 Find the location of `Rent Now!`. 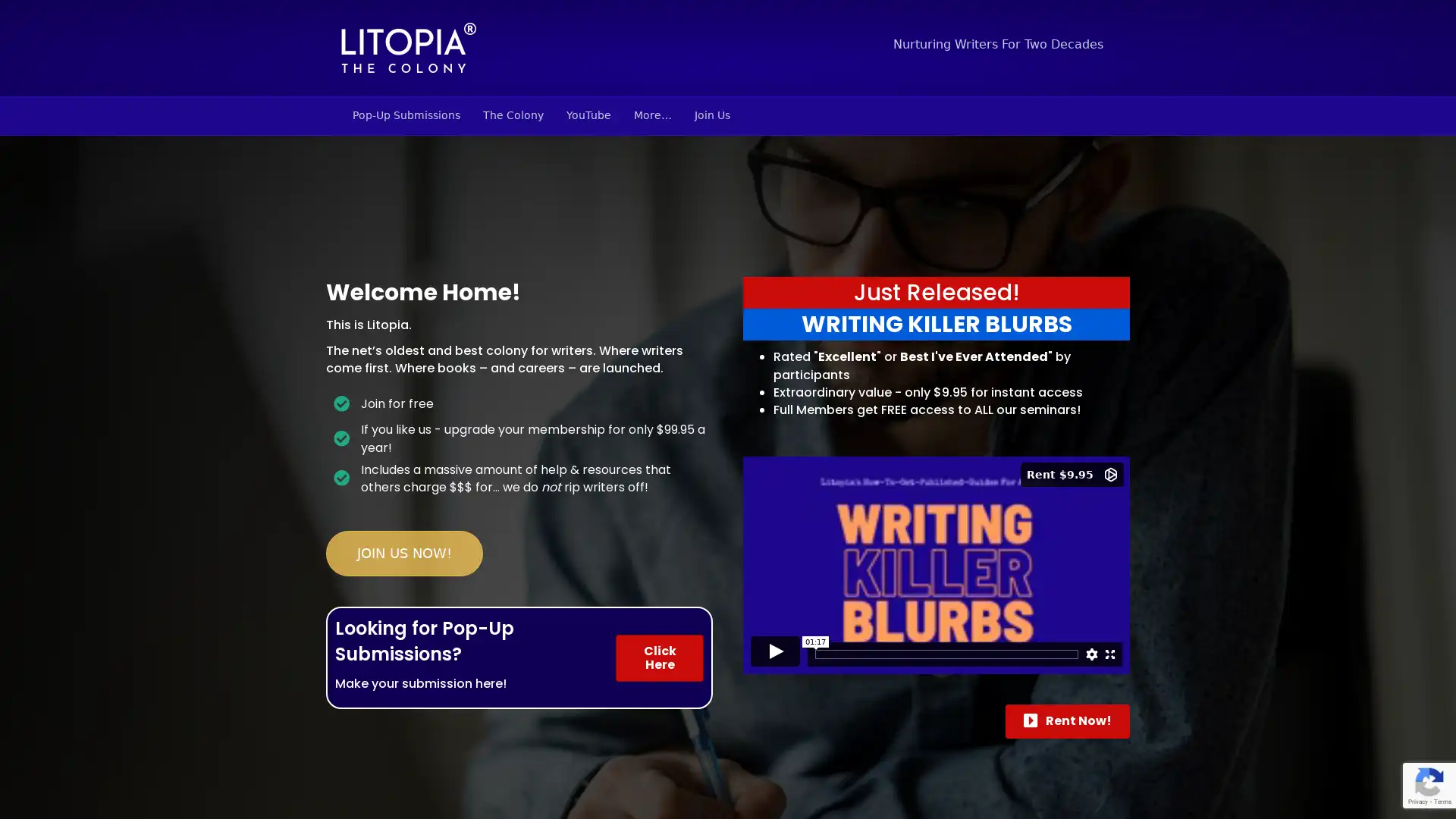

Rent Now! is located at coordinates (1066, 720).